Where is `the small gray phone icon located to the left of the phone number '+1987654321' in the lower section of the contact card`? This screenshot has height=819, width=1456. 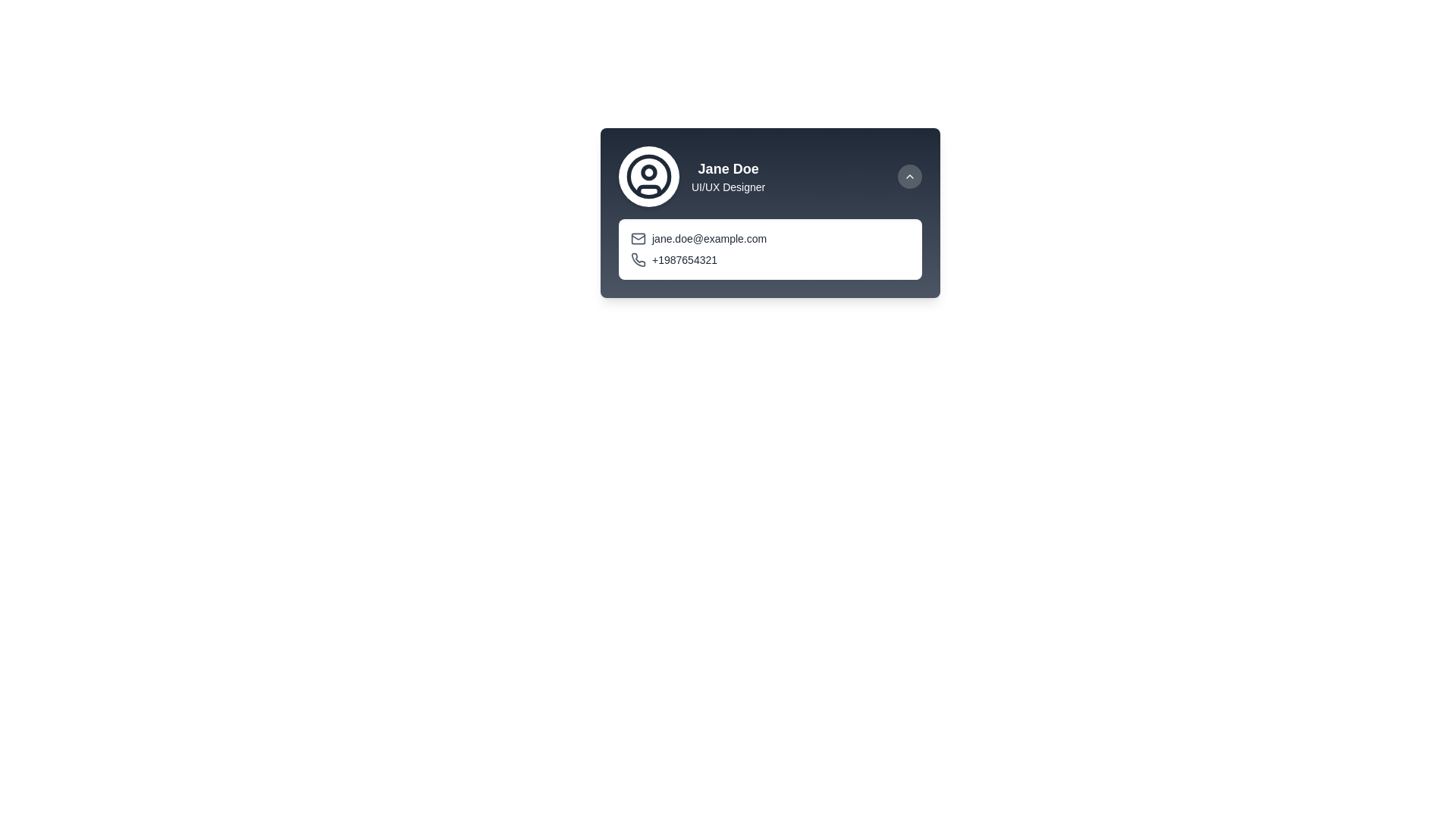 the small gray phone icon located to the left of the phone number '+1987654321' in the lower section of the contact card is located at coordinates (638, 259).